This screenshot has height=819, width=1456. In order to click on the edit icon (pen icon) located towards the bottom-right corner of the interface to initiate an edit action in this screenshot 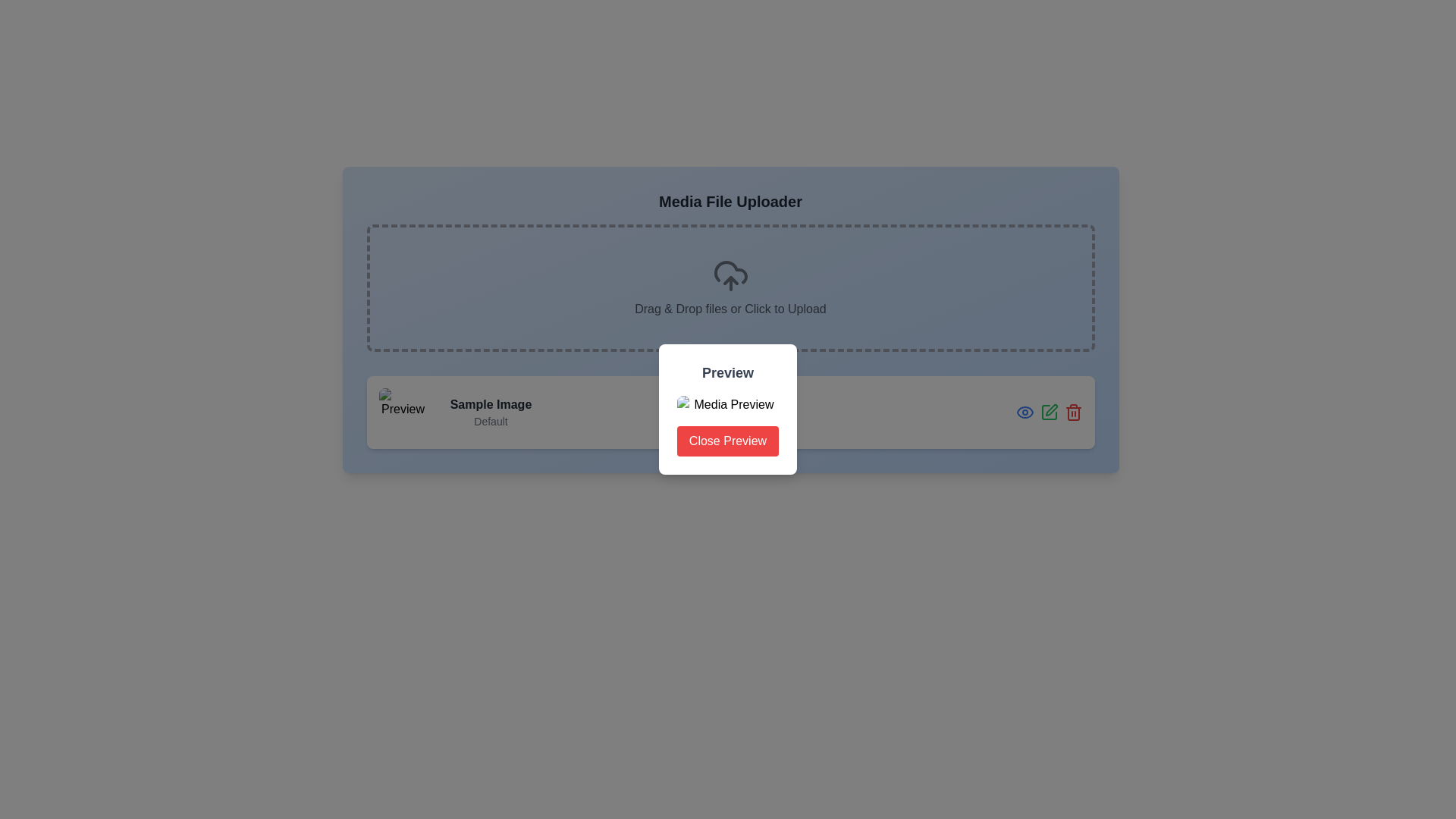, I will do `click(1050, 409)`.